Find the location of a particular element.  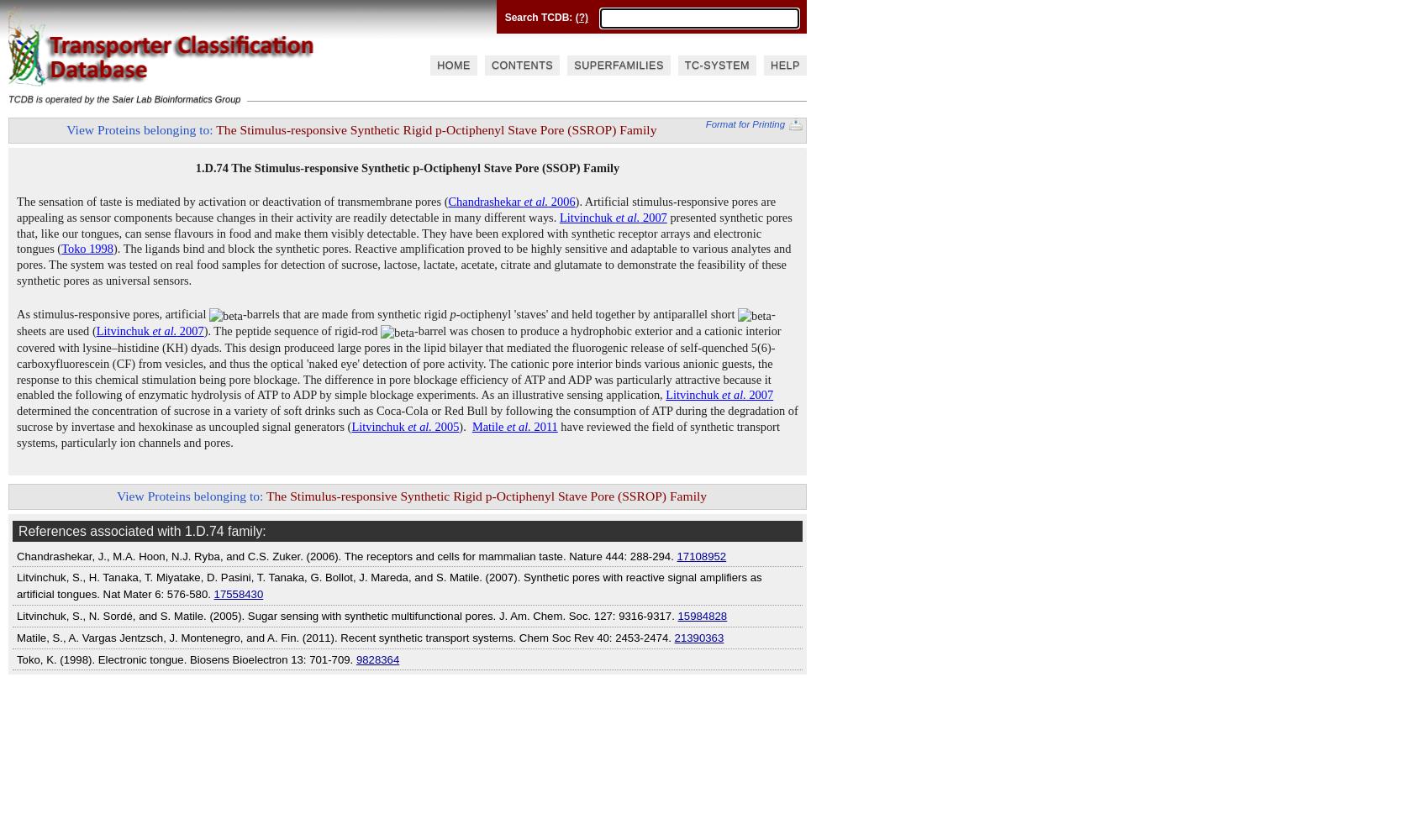

'SDSC' is located at coordinates (568, 24).